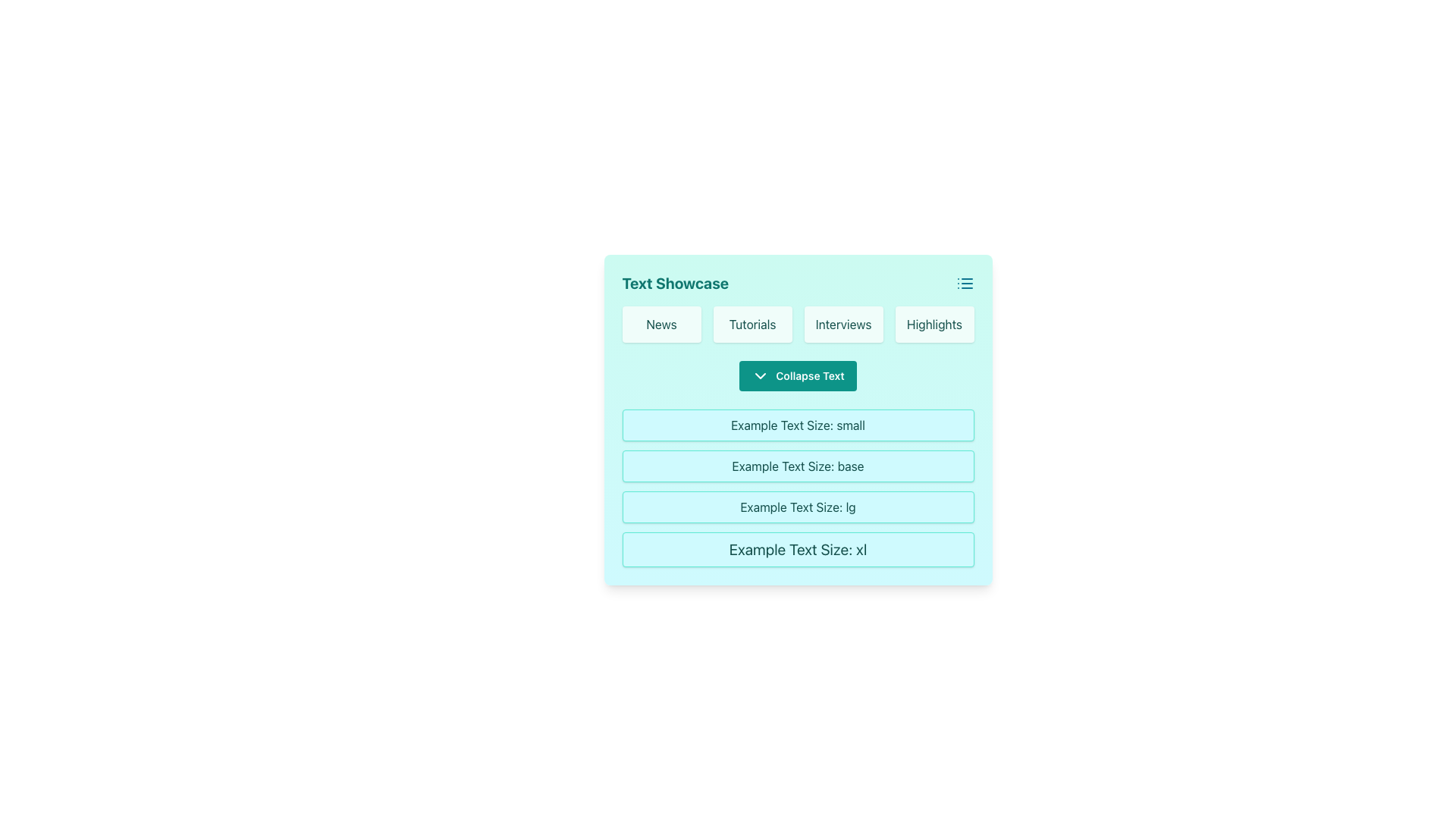  What do you see at coordinates (934, 324) in the screenshot?
I see `the 'Highlights' button located in the top-right corner of the grid of navigation buttons` at bounding box center [934, 324].